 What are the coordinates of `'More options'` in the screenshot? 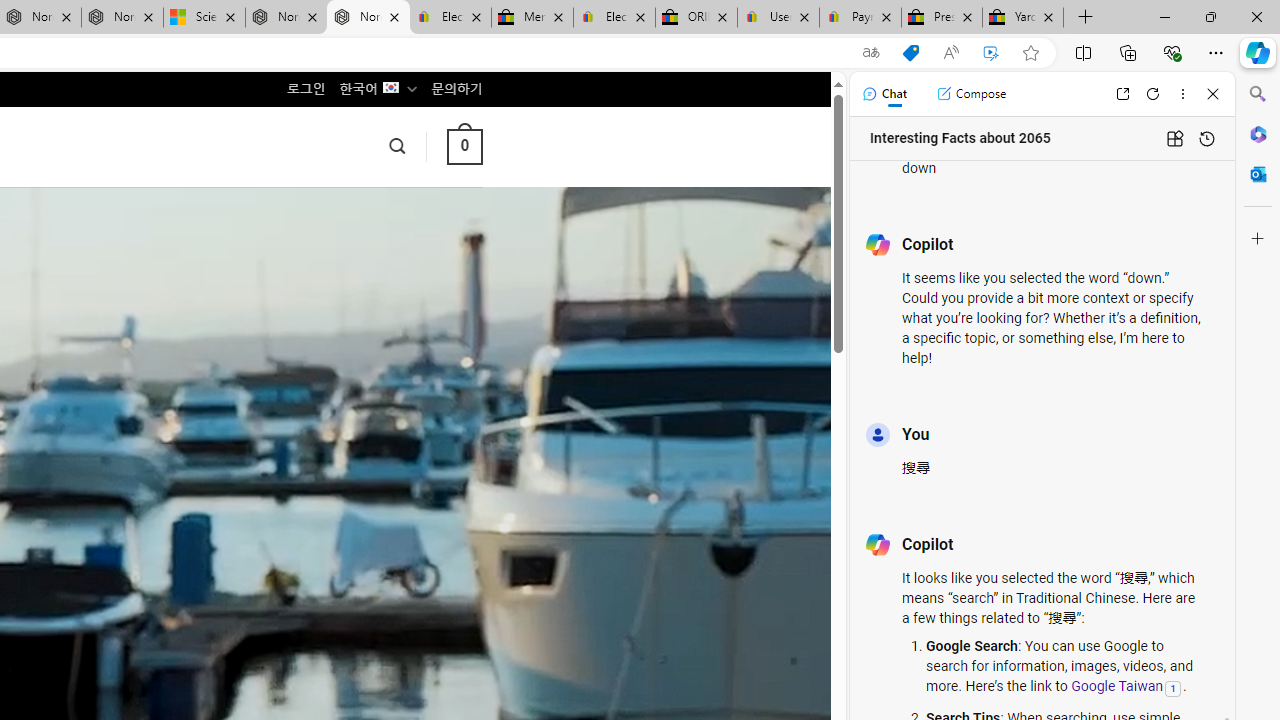 It's located at (1182, 93).